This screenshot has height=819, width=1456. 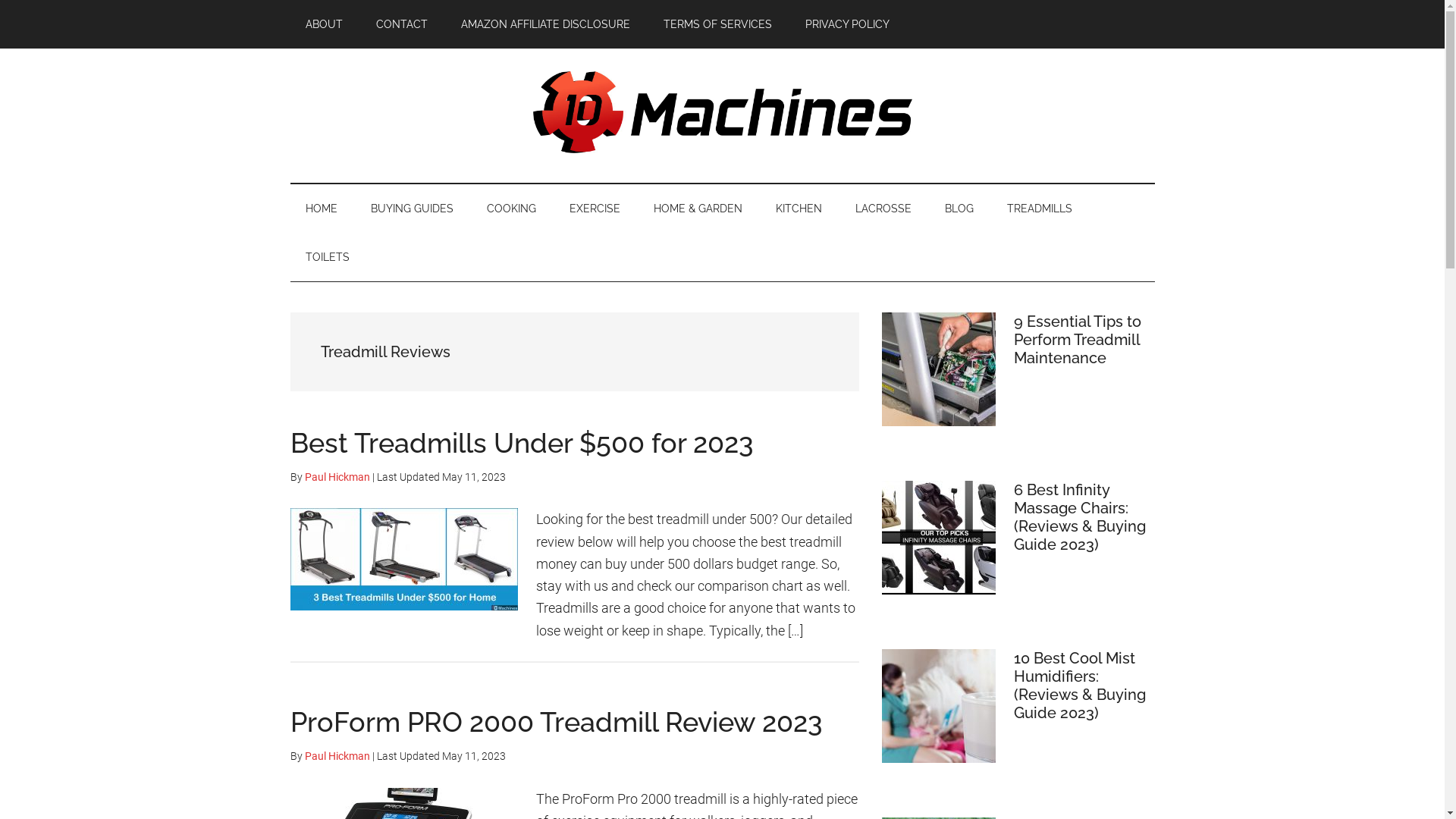 What do you see at coordinates (928, 208) in the screenshot?
I see `'BLOG'` at bounding box center [928, 208].